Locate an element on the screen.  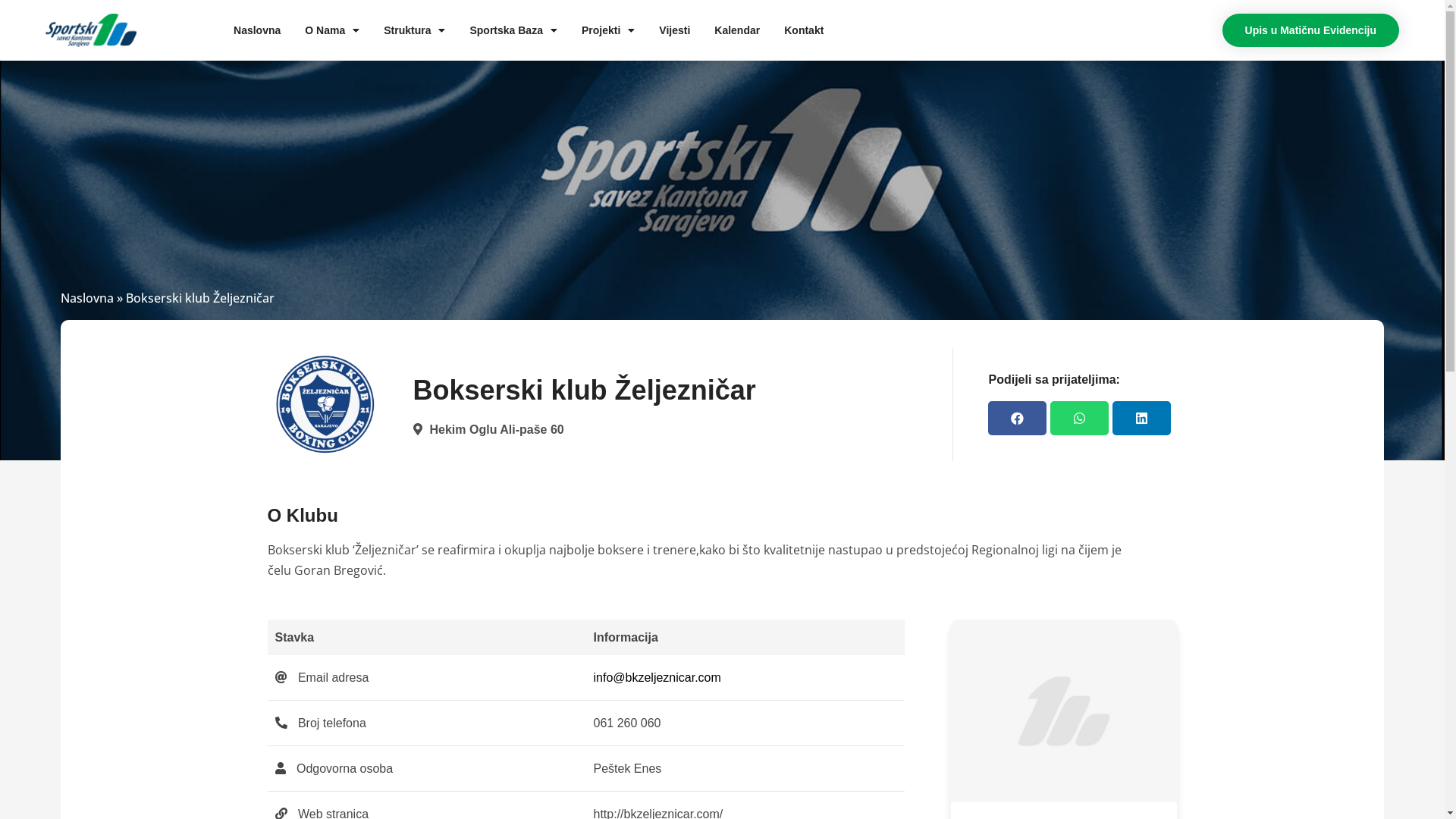
'info@bkzeljeznicar.com' is located at coordinates (656, 676).